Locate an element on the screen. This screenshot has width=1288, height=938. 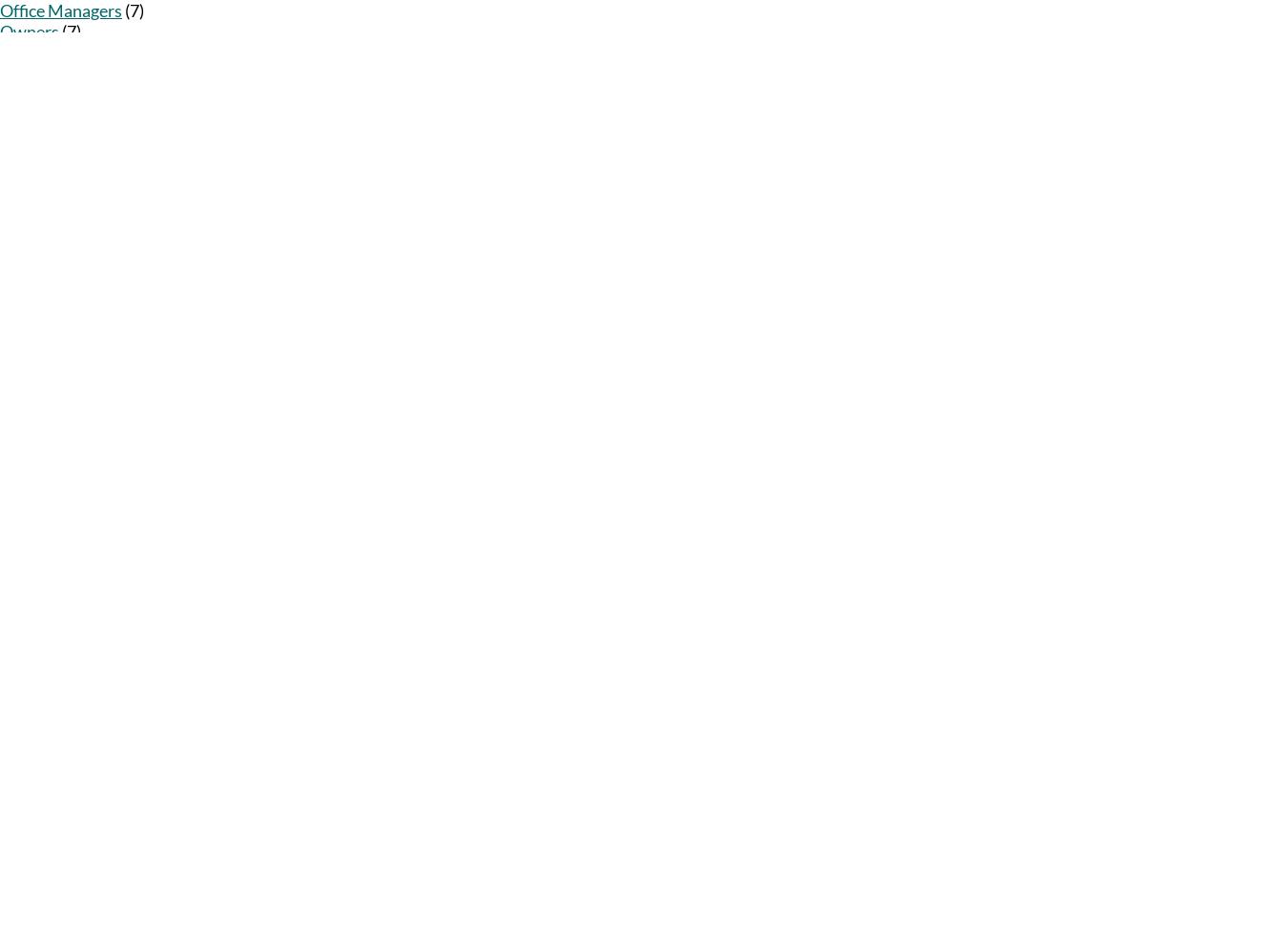
'Veterinarians and Hospital Staff' is located at coordinates (92, 426).